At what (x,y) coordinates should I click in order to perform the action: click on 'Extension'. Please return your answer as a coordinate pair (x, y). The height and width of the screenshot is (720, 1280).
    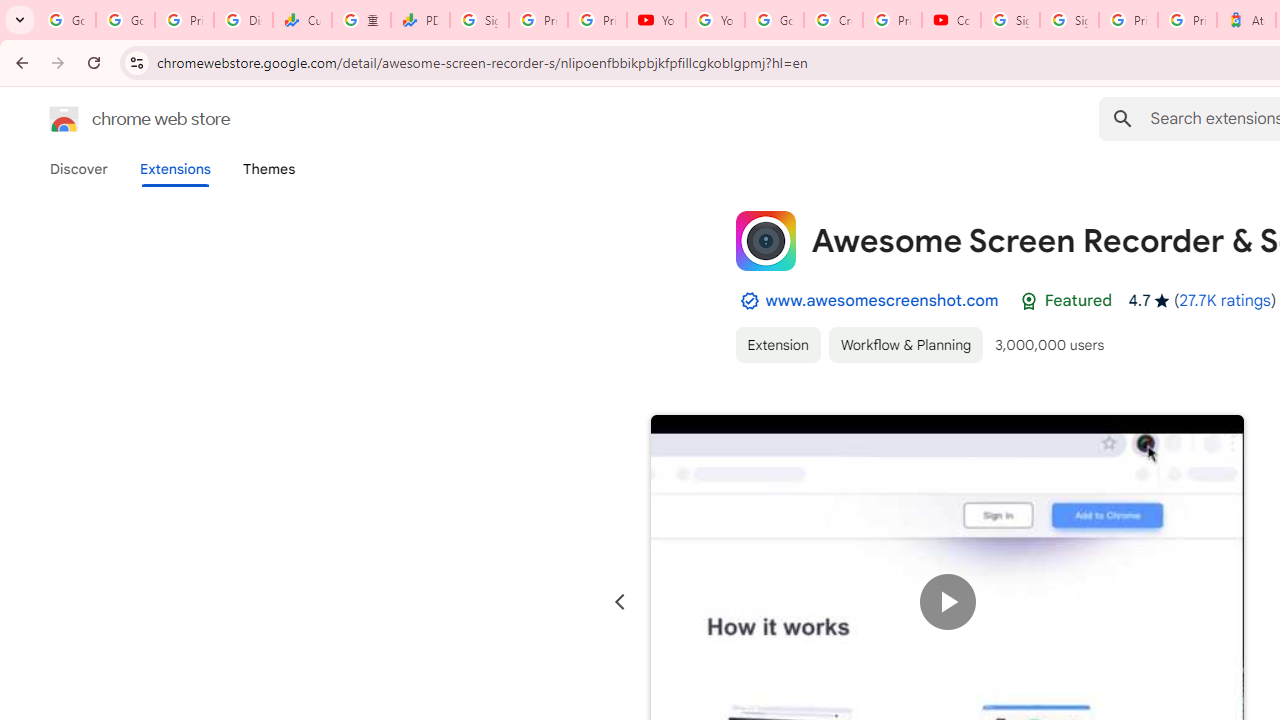
    Looking at the image, I should click on (776, 343).